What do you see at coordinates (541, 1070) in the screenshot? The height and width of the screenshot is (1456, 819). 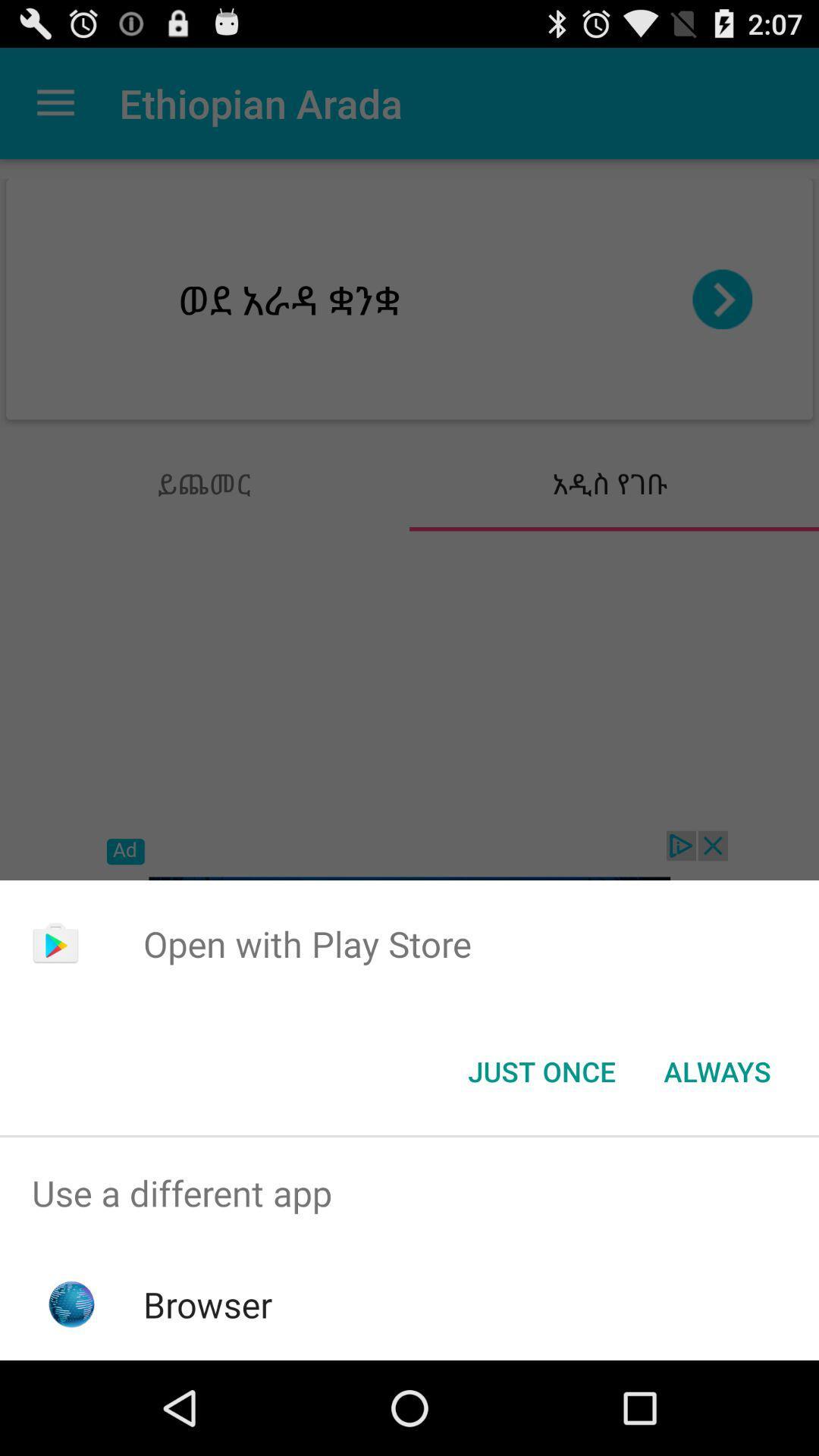 I see `the button next to always` at bounding box center [541, 1070].